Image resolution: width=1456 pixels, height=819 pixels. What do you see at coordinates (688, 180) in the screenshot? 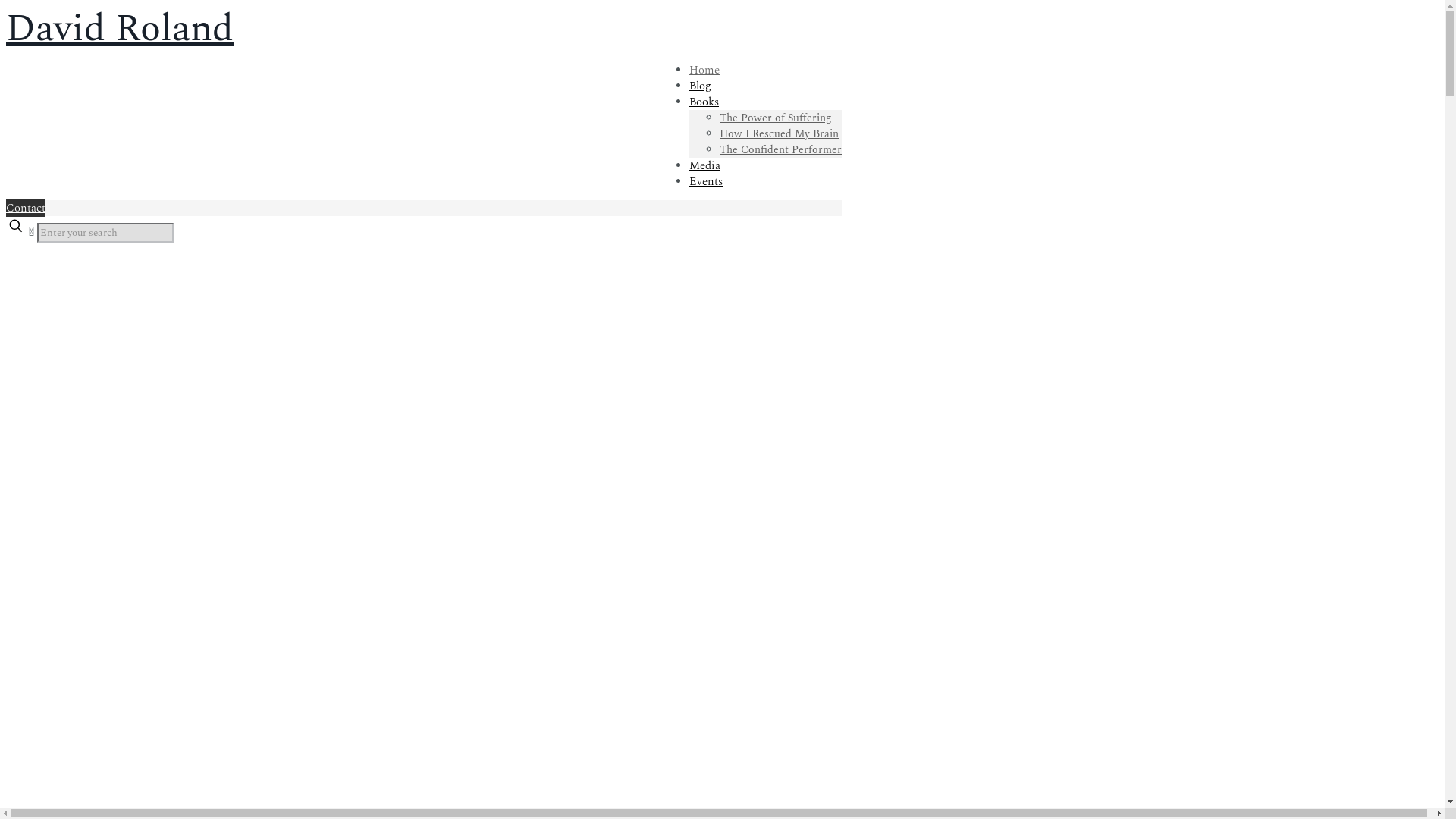
I see `'Events'` at bounding box center [688, 180].